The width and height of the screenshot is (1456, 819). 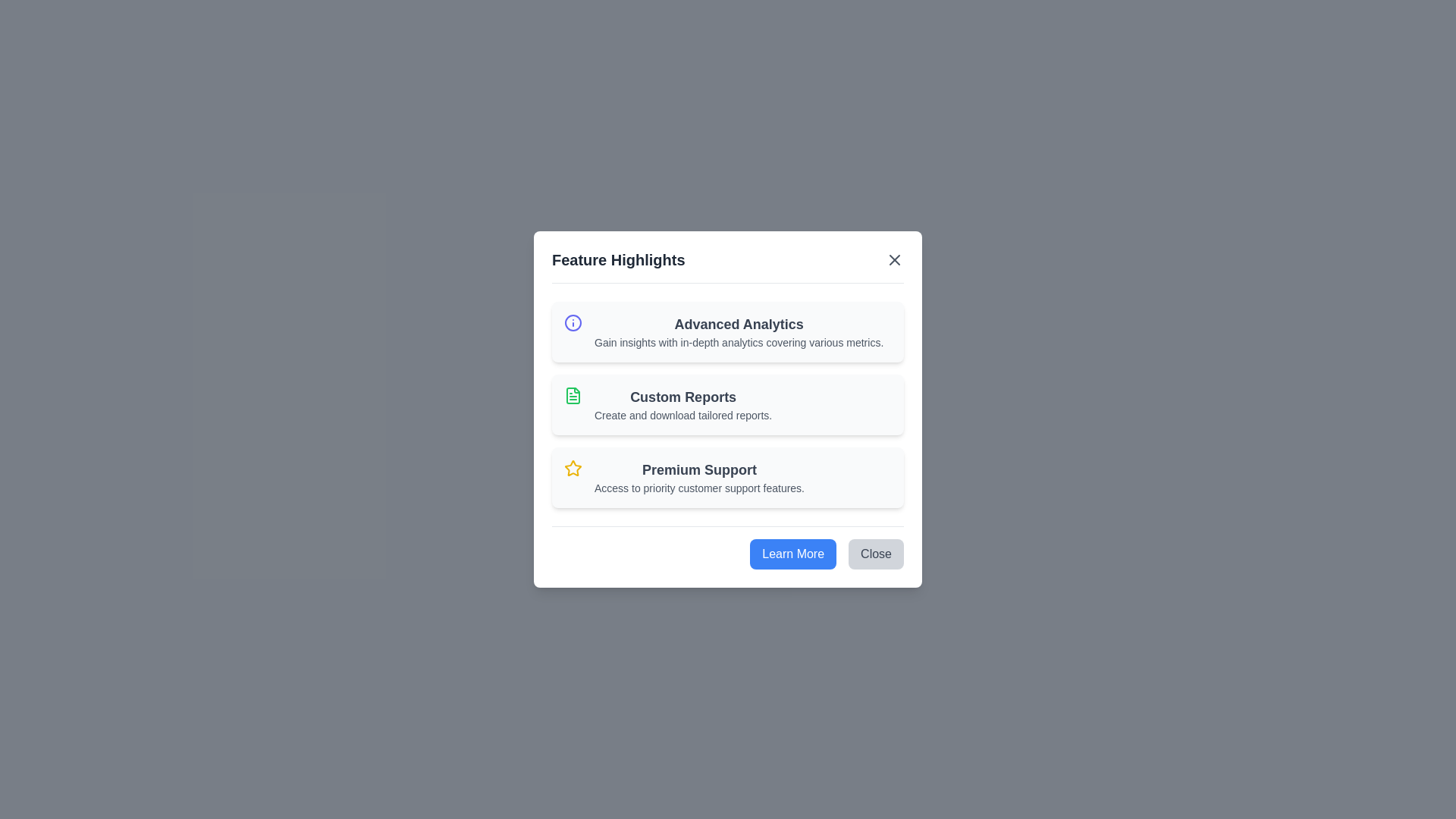 What do you see at coordinates (682, 403) in the screenshot?
I see `the 'Custom Reports' feature card, which is the second card in a vertical list within a pop-up, located between 'Advanced Analytics' above and 'Premium Support' below` at bounding box center [682, 403].